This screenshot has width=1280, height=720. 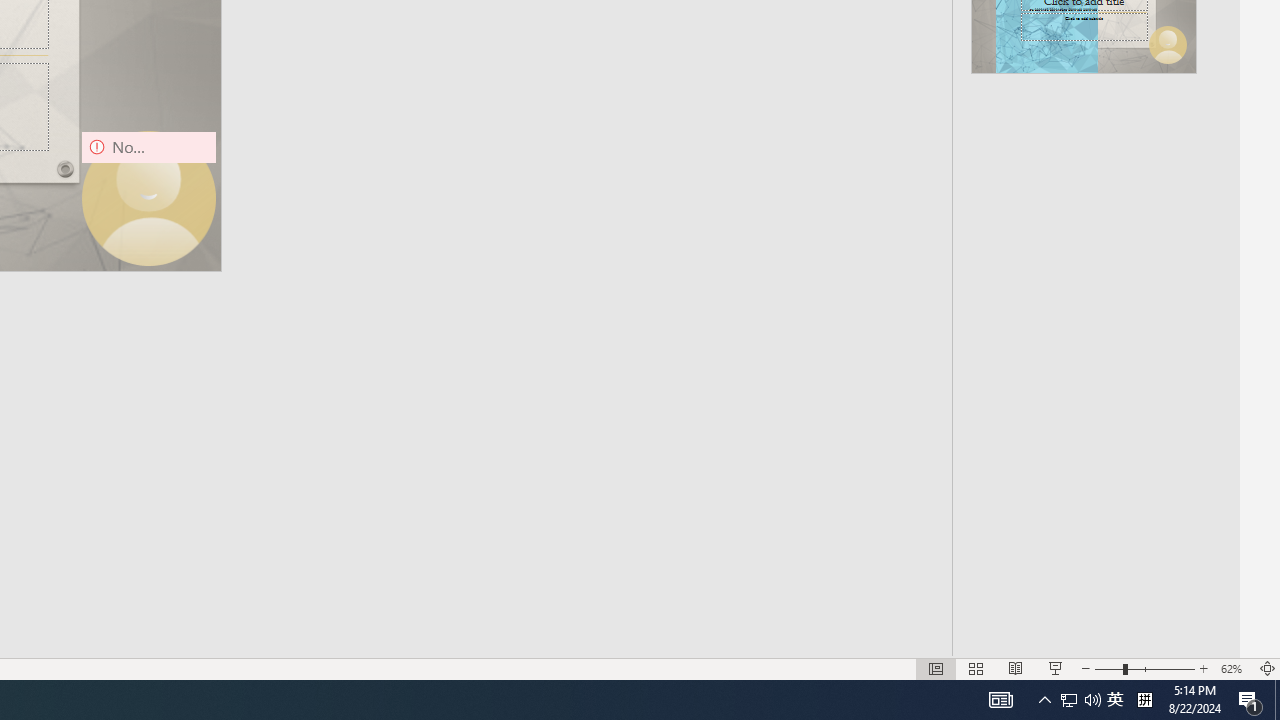 I want to click on 'Zoom 62%', so click(x=1233, y=669).